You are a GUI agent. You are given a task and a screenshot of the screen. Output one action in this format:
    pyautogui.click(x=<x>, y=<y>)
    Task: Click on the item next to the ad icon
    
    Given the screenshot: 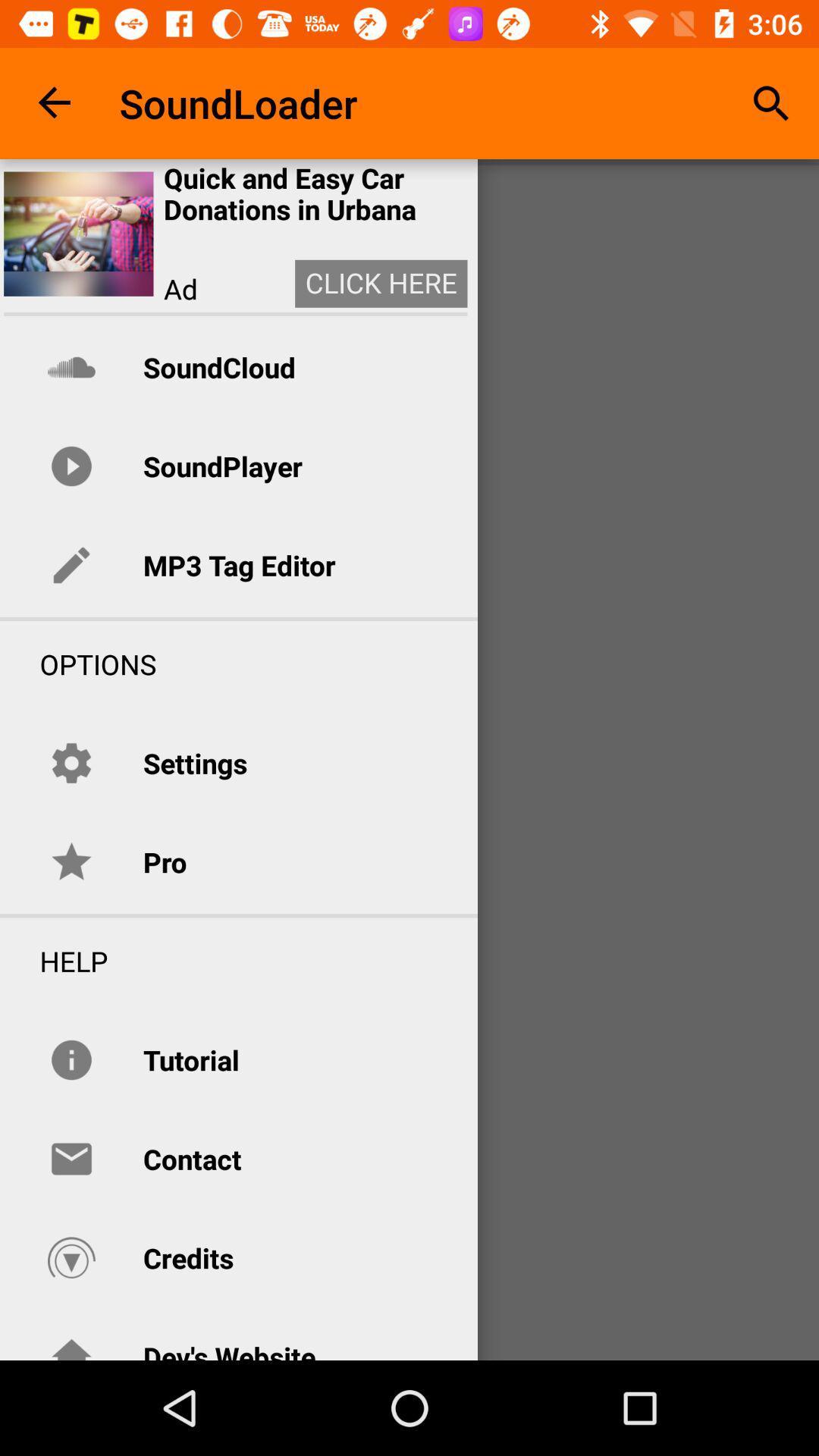 What is the action you would take?
    pyautogui.click(x=380, y=284)
    